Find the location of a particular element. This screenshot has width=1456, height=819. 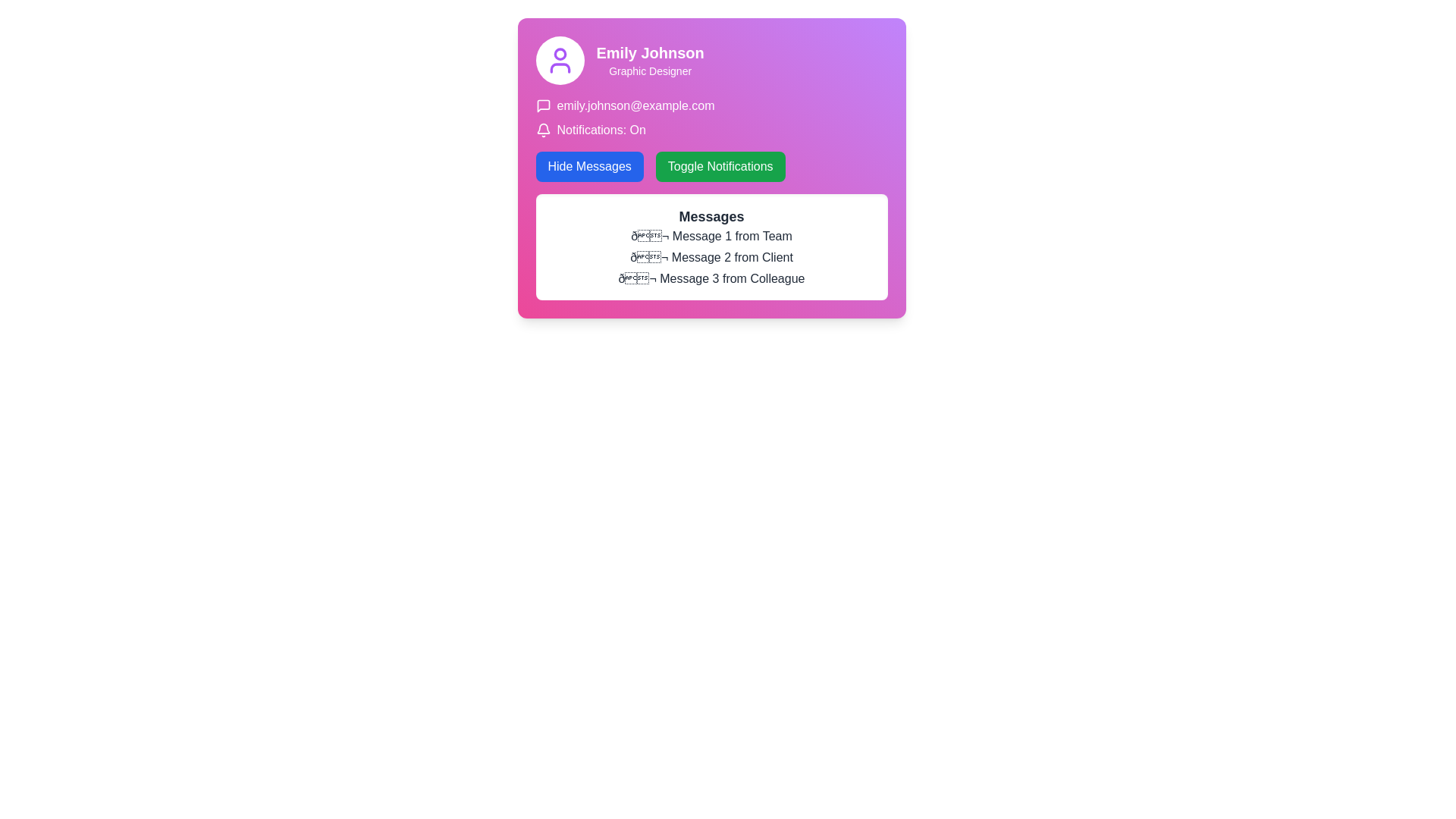

the content of the messages displayed in the 'Messages' section, which is a white card area showing notifications and communication updates is located at coordinates (711, 256).